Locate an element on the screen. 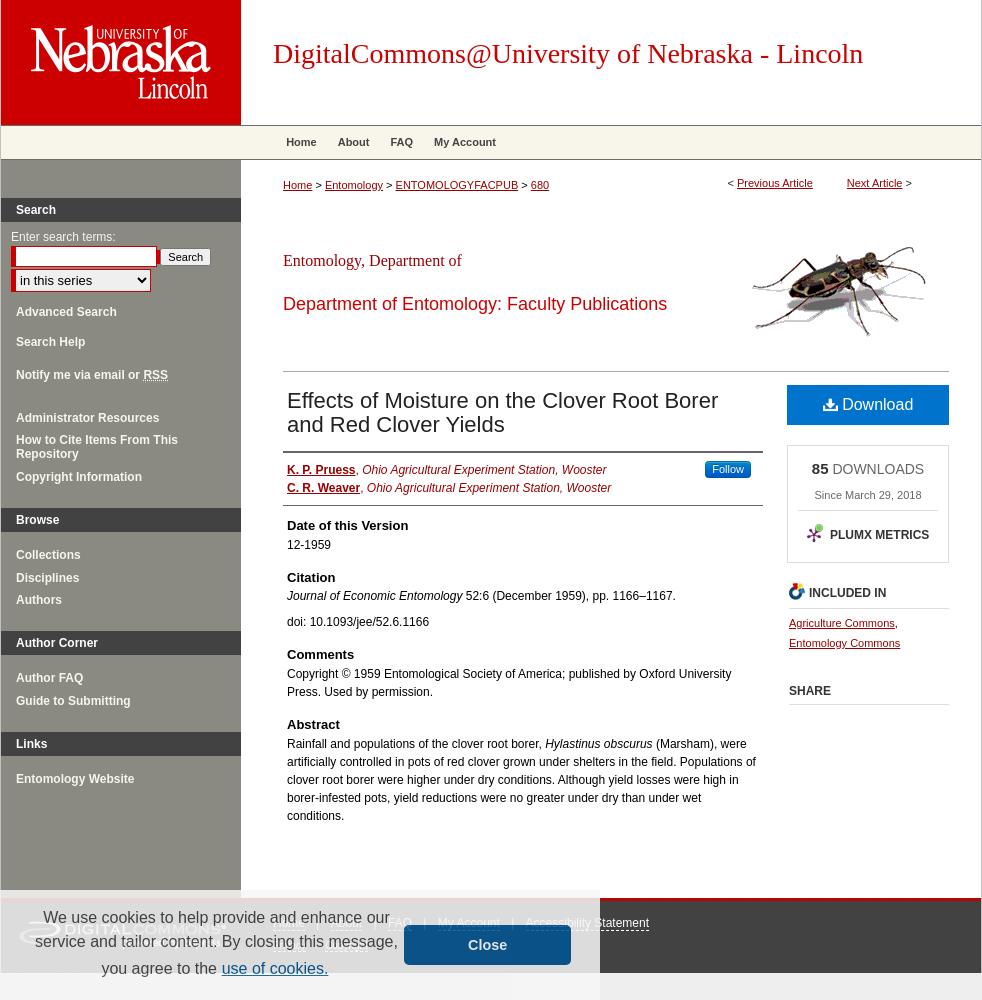 This screenshot has height=1000, width=982. 'C. R. Weaver' is located at coordinates (323, 487).